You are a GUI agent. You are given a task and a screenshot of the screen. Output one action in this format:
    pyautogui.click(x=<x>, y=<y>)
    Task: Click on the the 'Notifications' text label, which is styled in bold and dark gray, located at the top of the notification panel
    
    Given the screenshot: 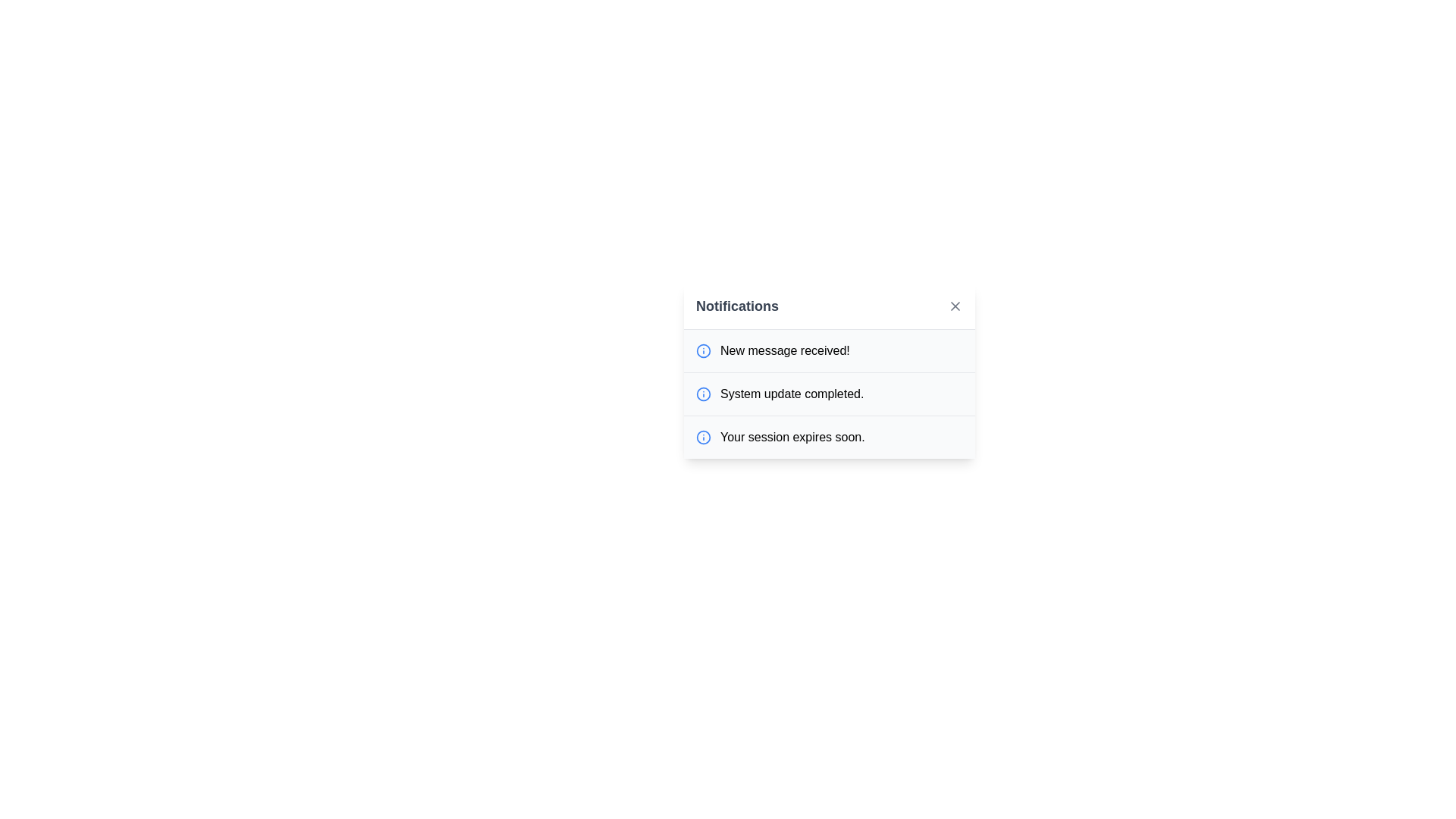 What is the action you would take?
    pyautogui.click(x=737, y=306)
    